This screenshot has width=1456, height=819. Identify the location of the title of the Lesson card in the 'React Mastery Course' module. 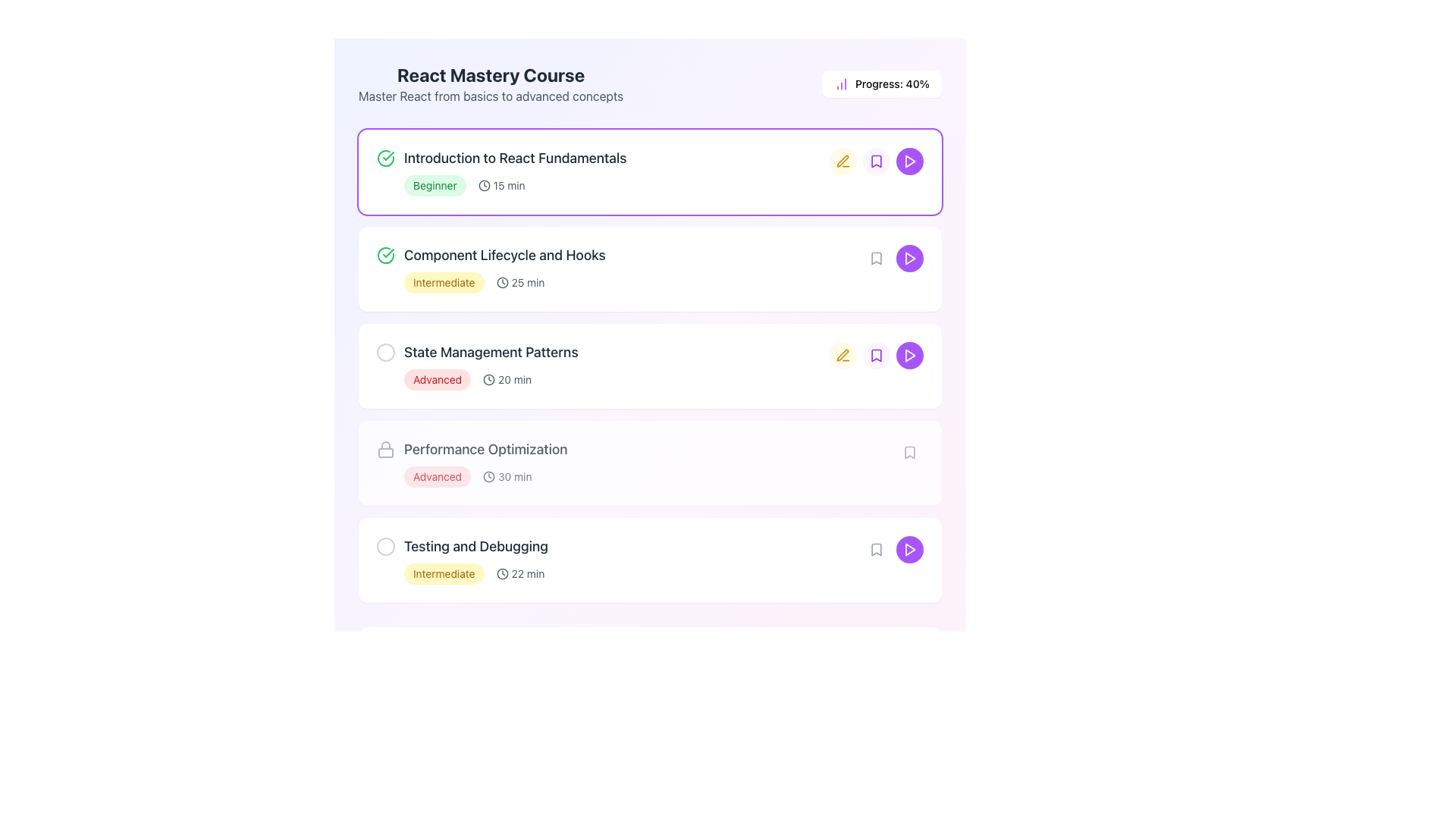
(650, 171).